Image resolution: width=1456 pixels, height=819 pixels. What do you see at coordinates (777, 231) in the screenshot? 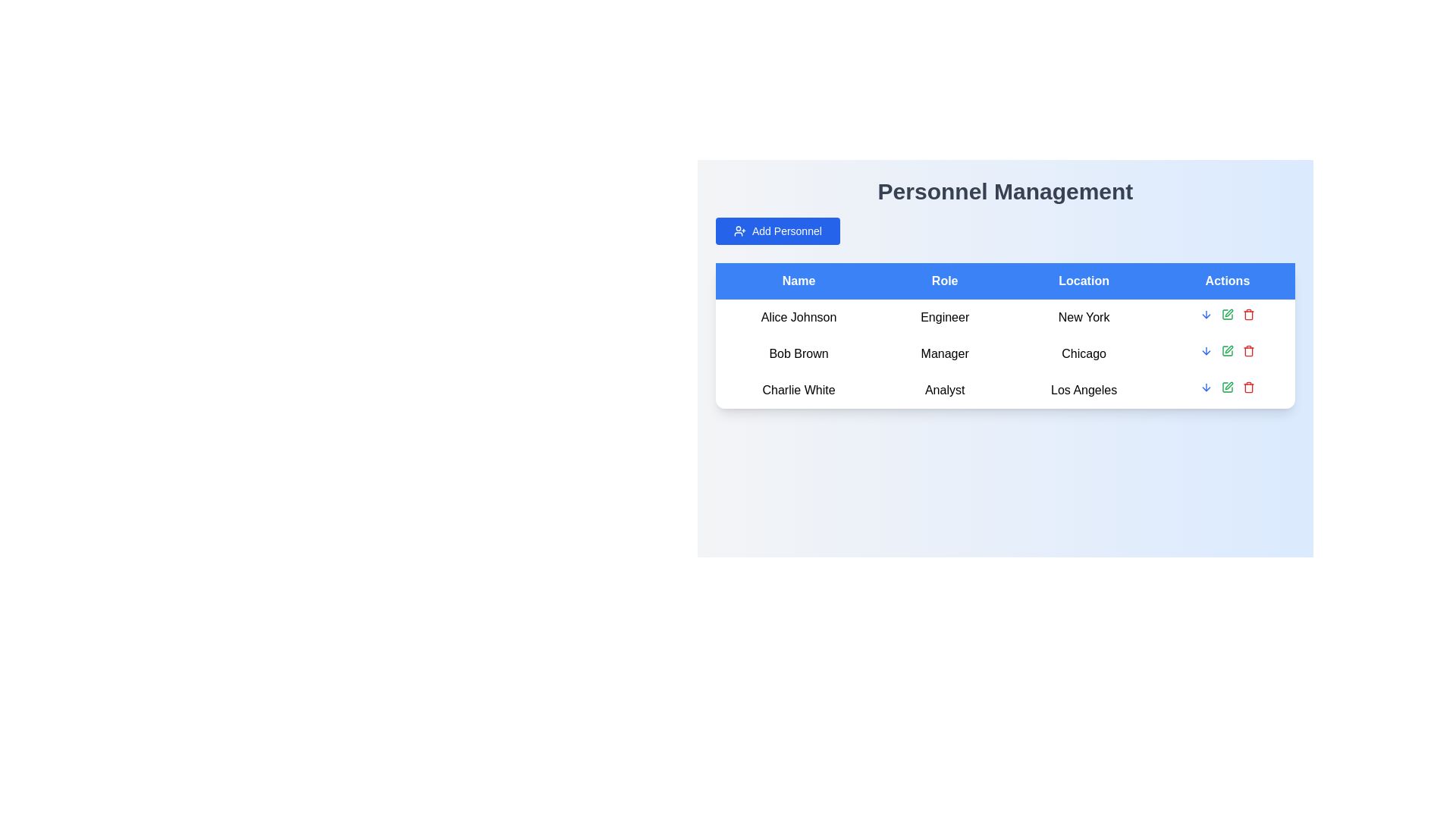
I see `the button below the 'Personnel Management' heading` at bounding box center [777, 231].